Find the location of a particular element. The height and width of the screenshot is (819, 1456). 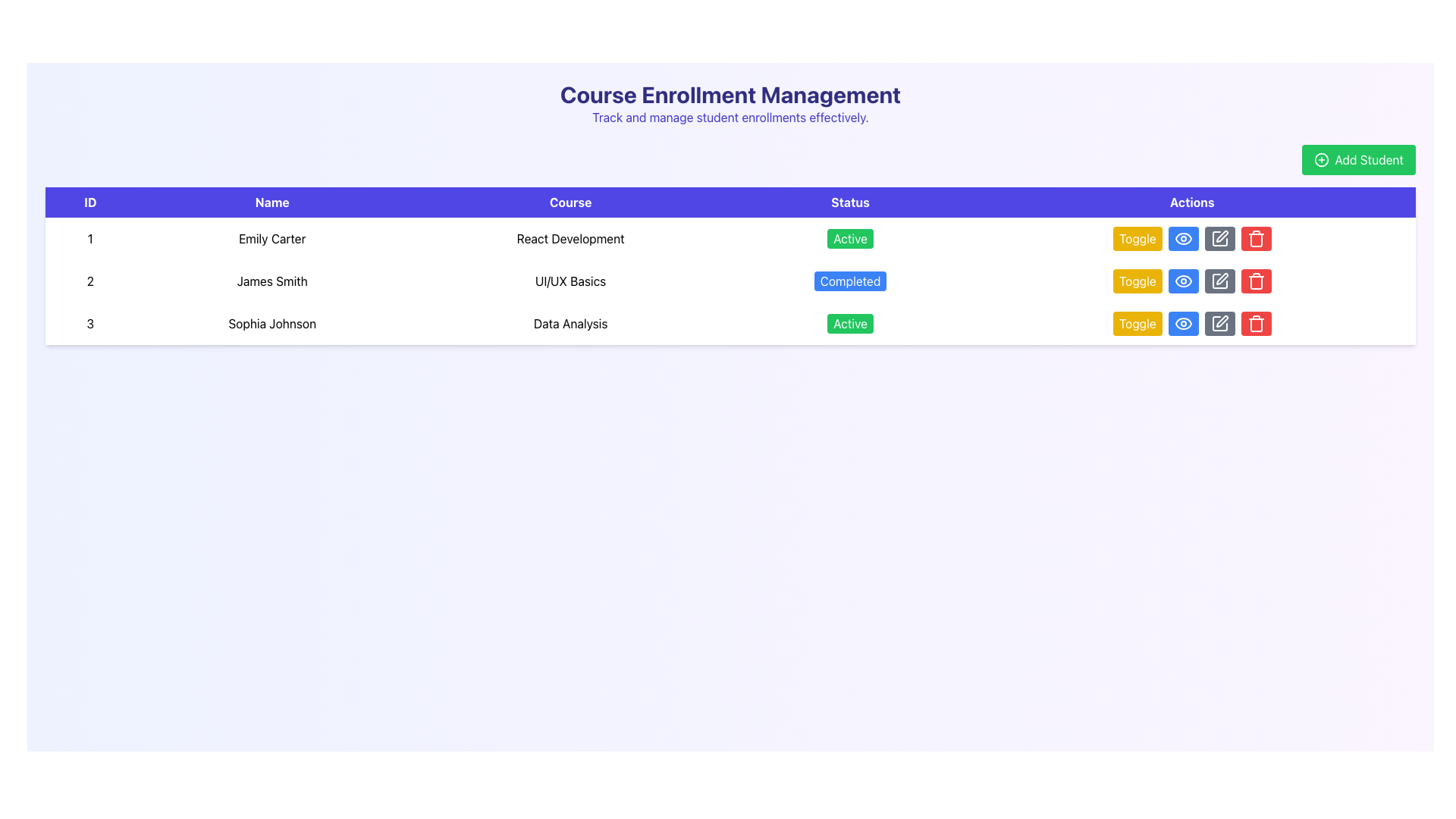

the static text label displaying 'James Smith', which is the second item in the 'Name' column of the table layout is located at coordinates (272, 281).